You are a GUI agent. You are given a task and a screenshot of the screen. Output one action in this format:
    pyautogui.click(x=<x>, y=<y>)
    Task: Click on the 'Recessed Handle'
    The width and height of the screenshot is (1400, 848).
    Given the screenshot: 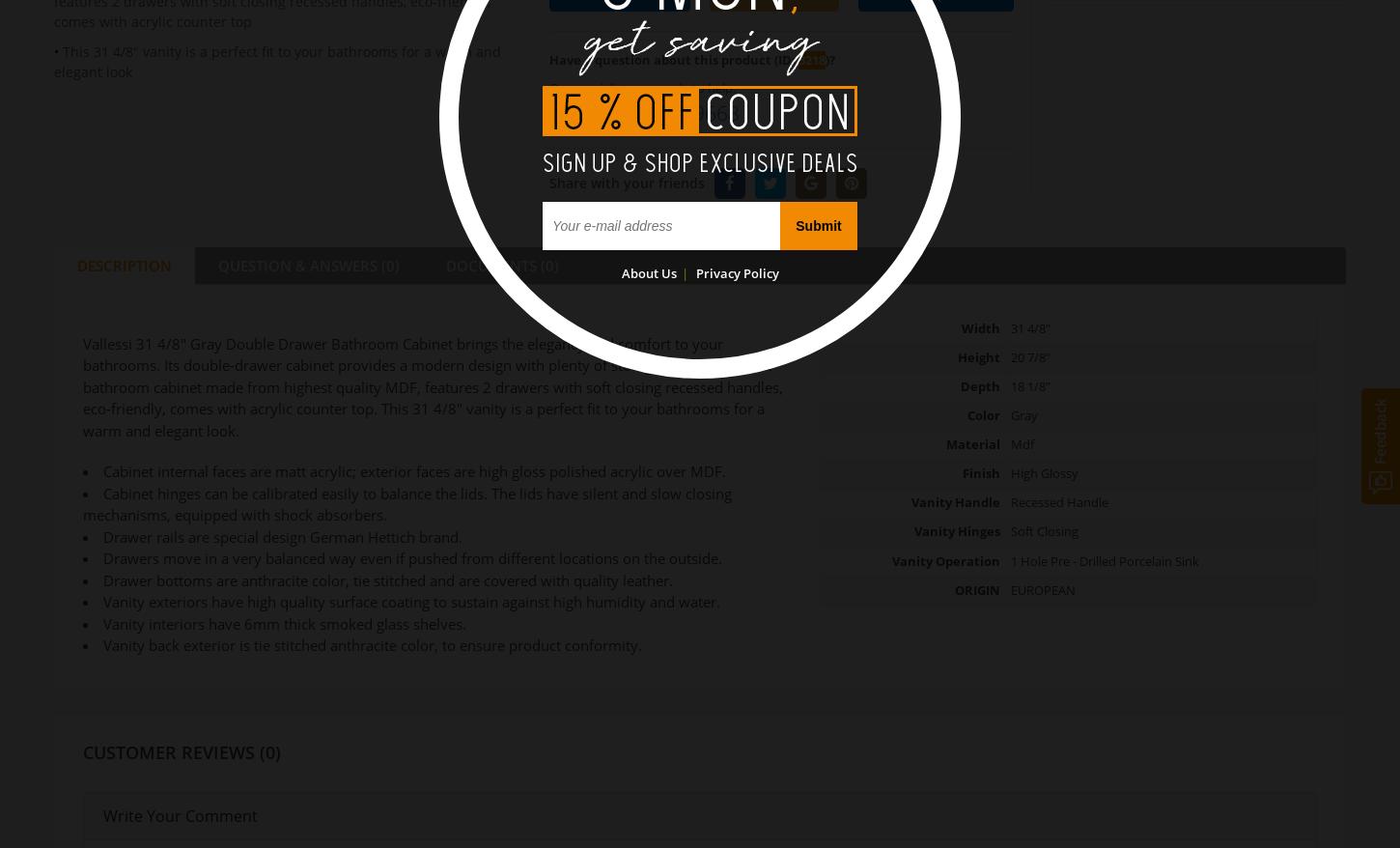 What is the action you would take?
    pyautogui.click(x=1057, y=502)
    